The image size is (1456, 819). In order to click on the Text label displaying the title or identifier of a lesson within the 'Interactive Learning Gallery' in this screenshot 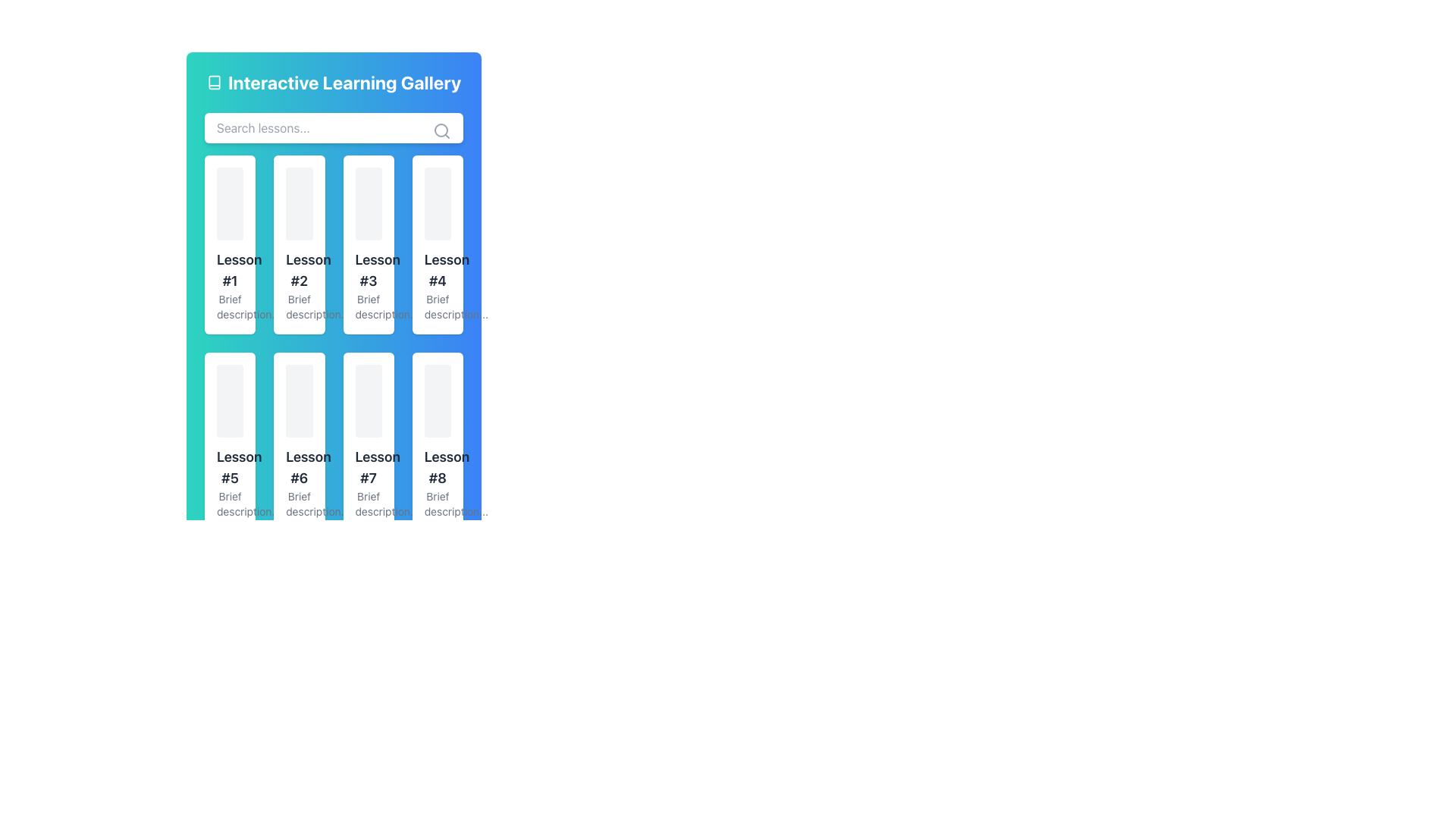, I will do `click(229, 270)`.